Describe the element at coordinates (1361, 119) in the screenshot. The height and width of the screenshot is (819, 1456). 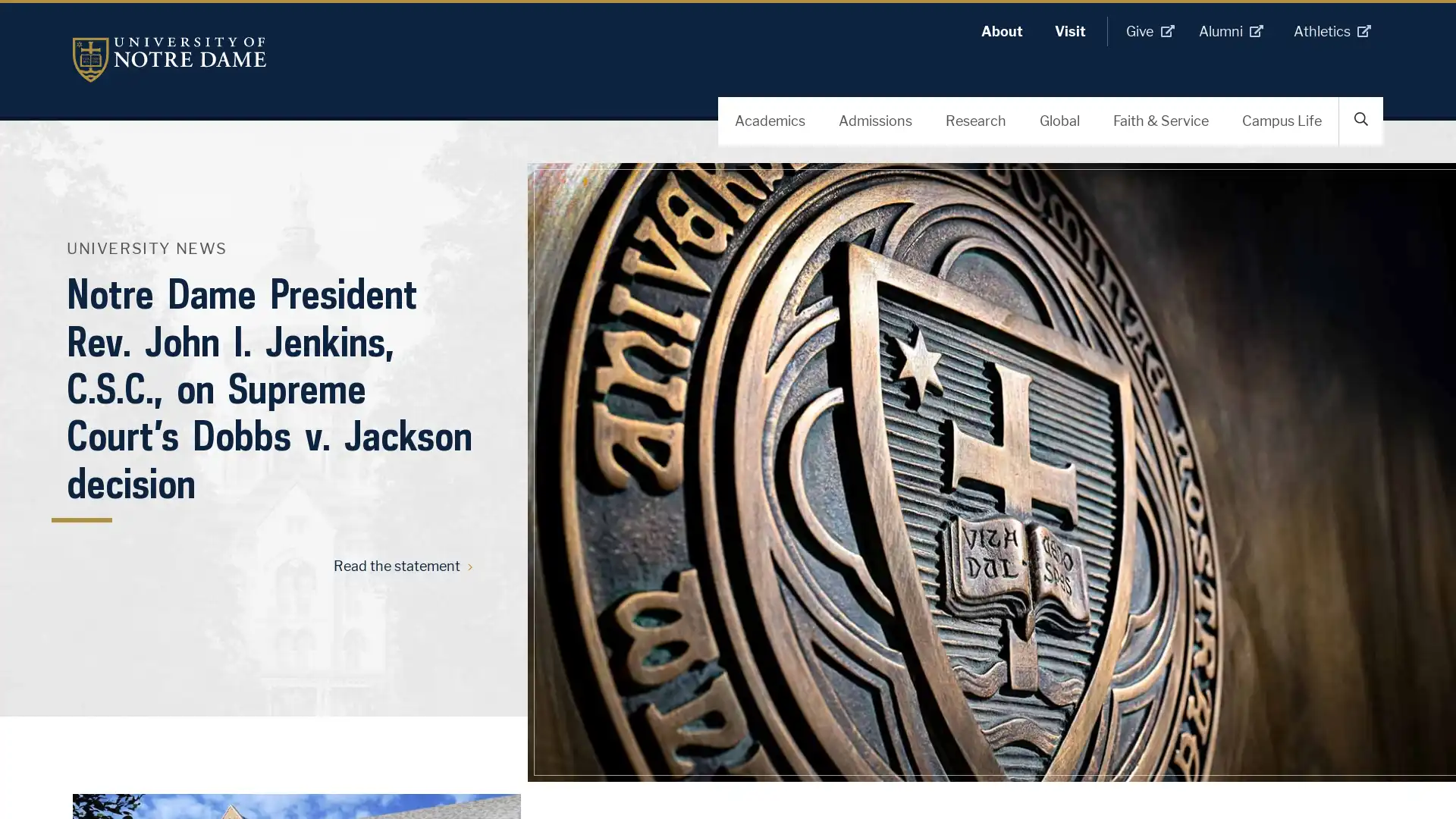
I see `Toggle search` at that location.